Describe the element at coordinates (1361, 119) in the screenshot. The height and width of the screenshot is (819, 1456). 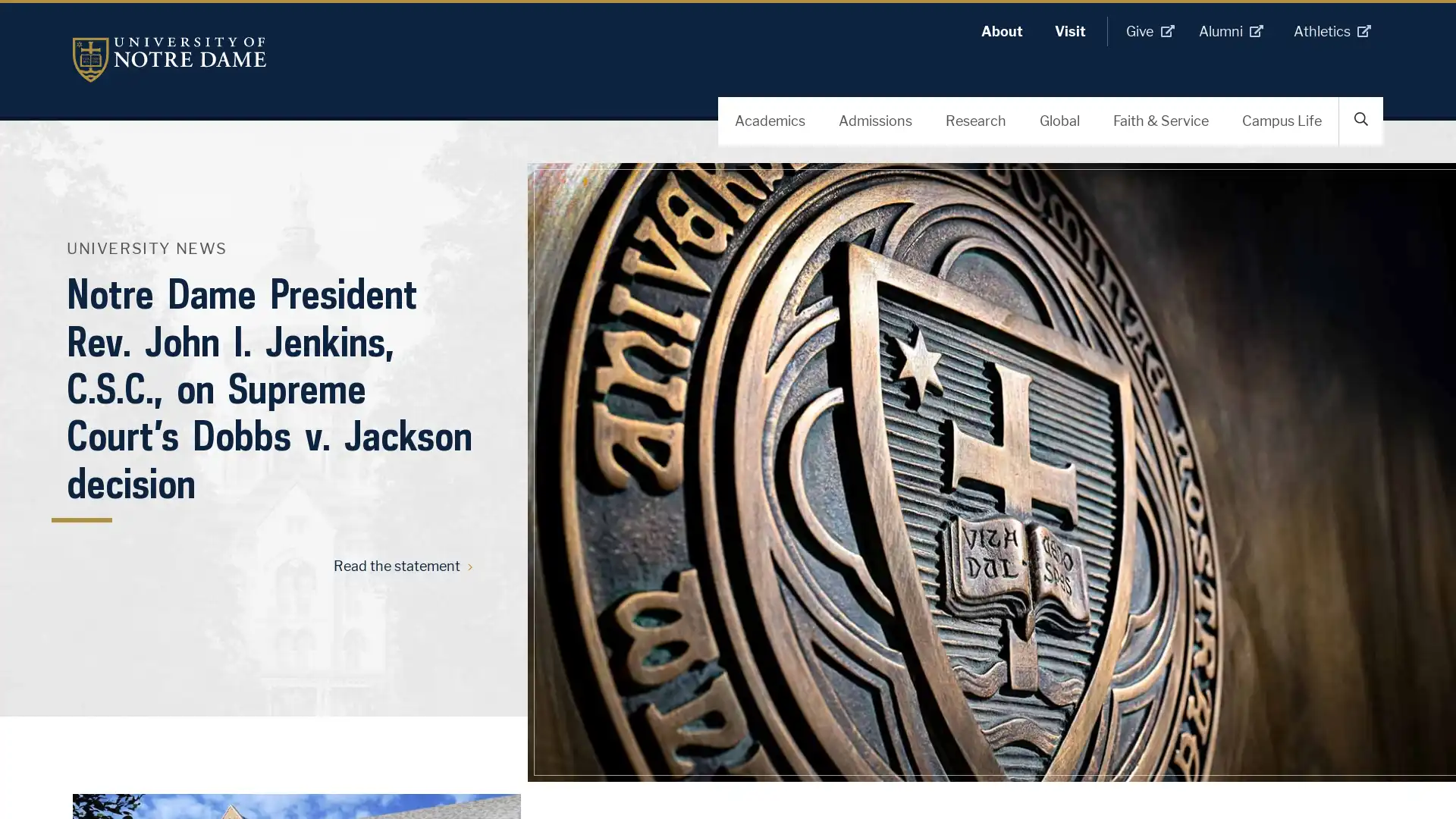
I see `Toggle search` at that location.